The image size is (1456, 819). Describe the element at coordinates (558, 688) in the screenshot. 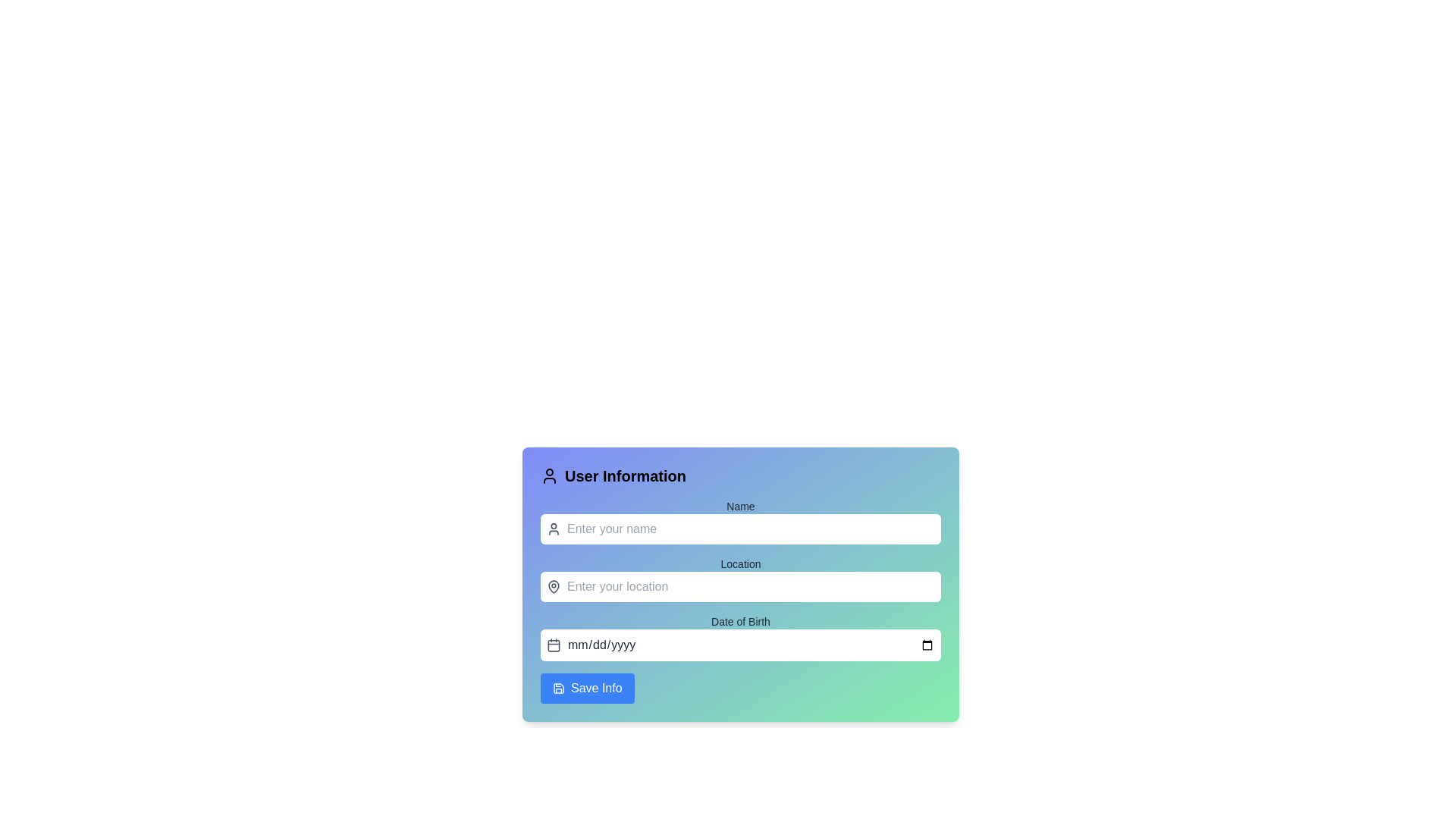

I see `the blue rectangular button containing the save icon, which is positioned to the left of the 'Save Info' text` at that location.